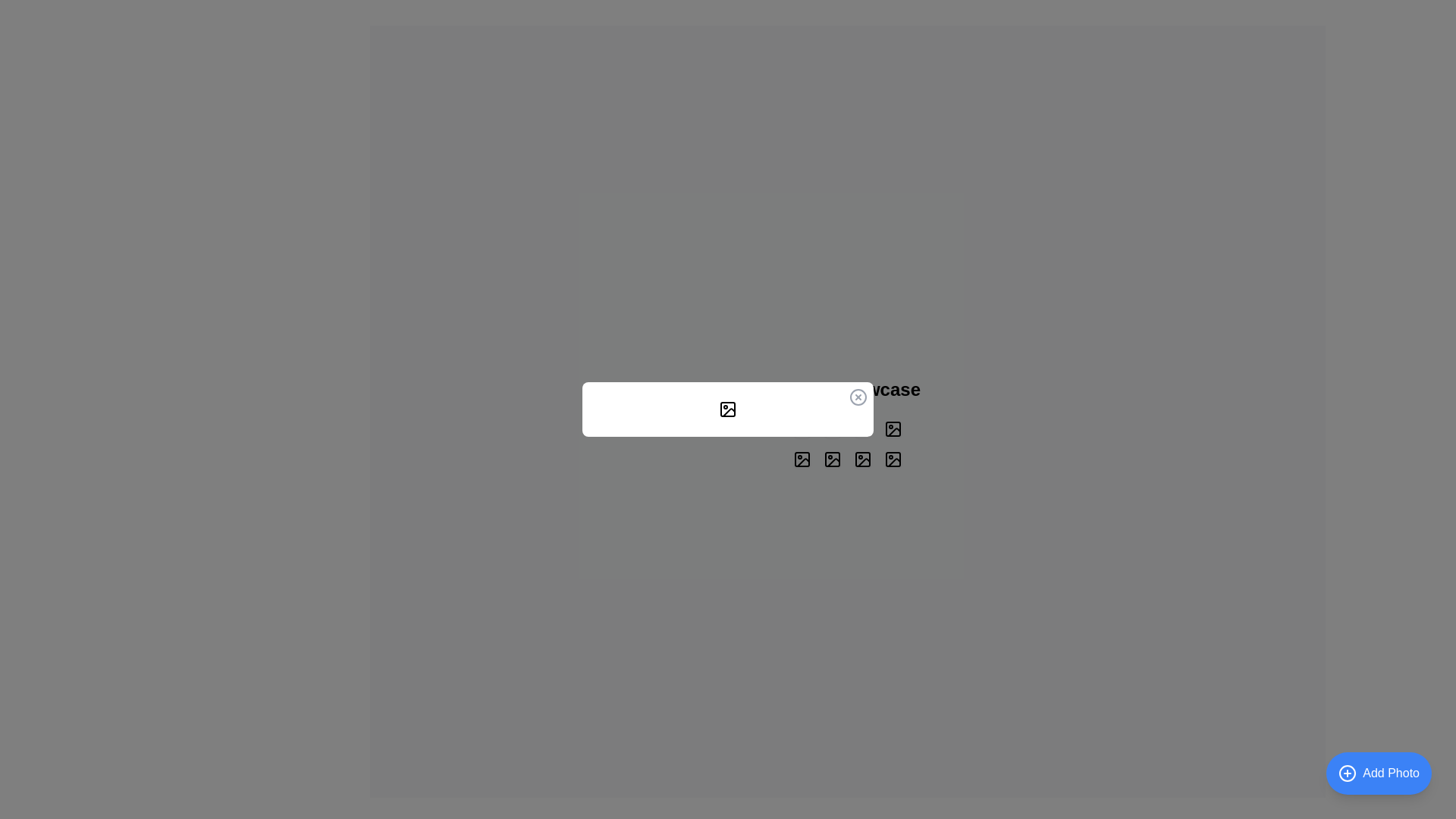 This screenshot has width=1456, height=819. What do you see at coordinates (893, 458) in the screenshot?
I see `the small circle element that is part of the magnifying glass icon, positioned at the center of its circular area` at bounding box center [893, 458].